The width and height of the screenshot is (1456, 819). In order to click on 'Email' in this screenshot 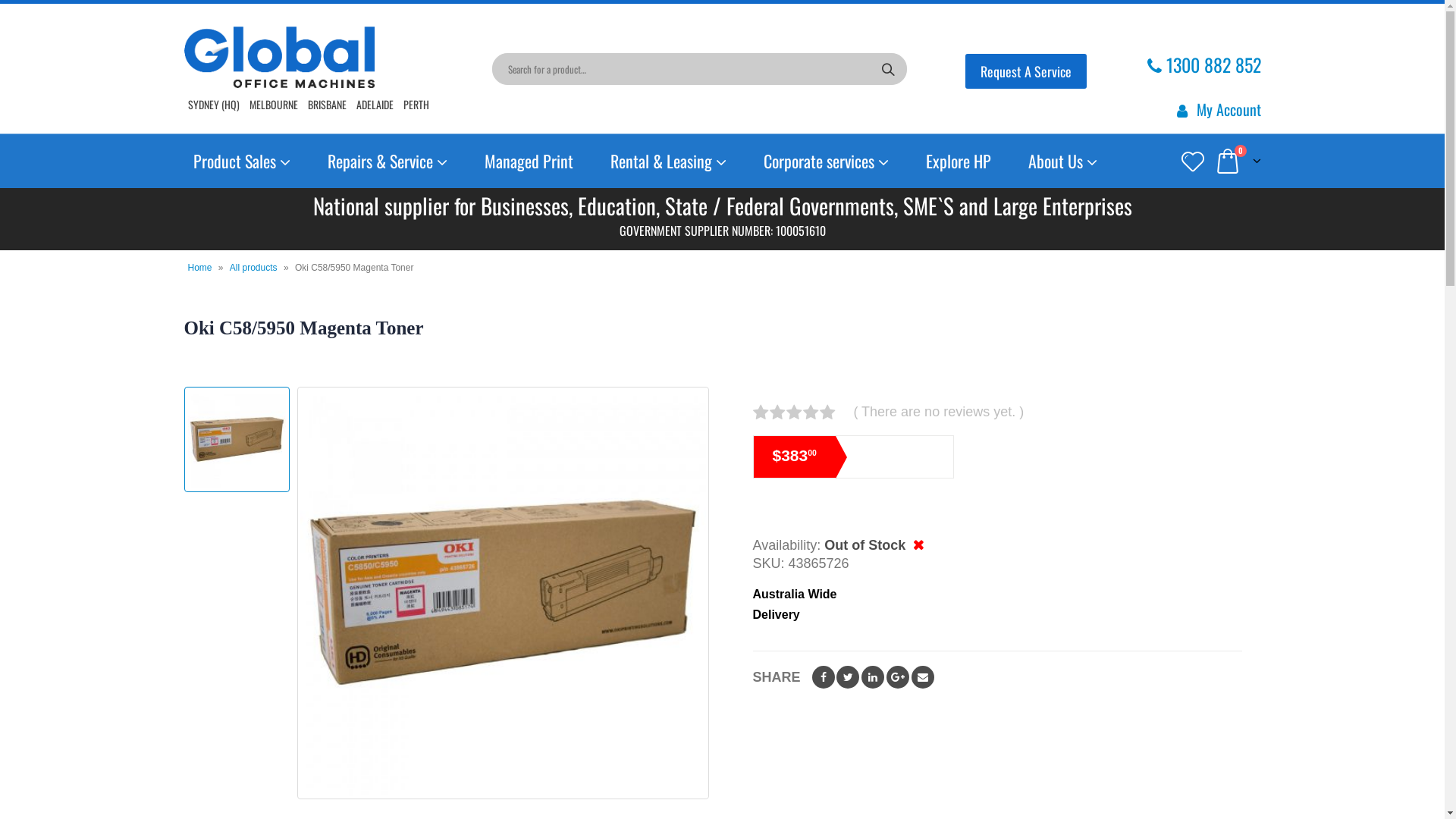, I will do `click(922, 676)`.